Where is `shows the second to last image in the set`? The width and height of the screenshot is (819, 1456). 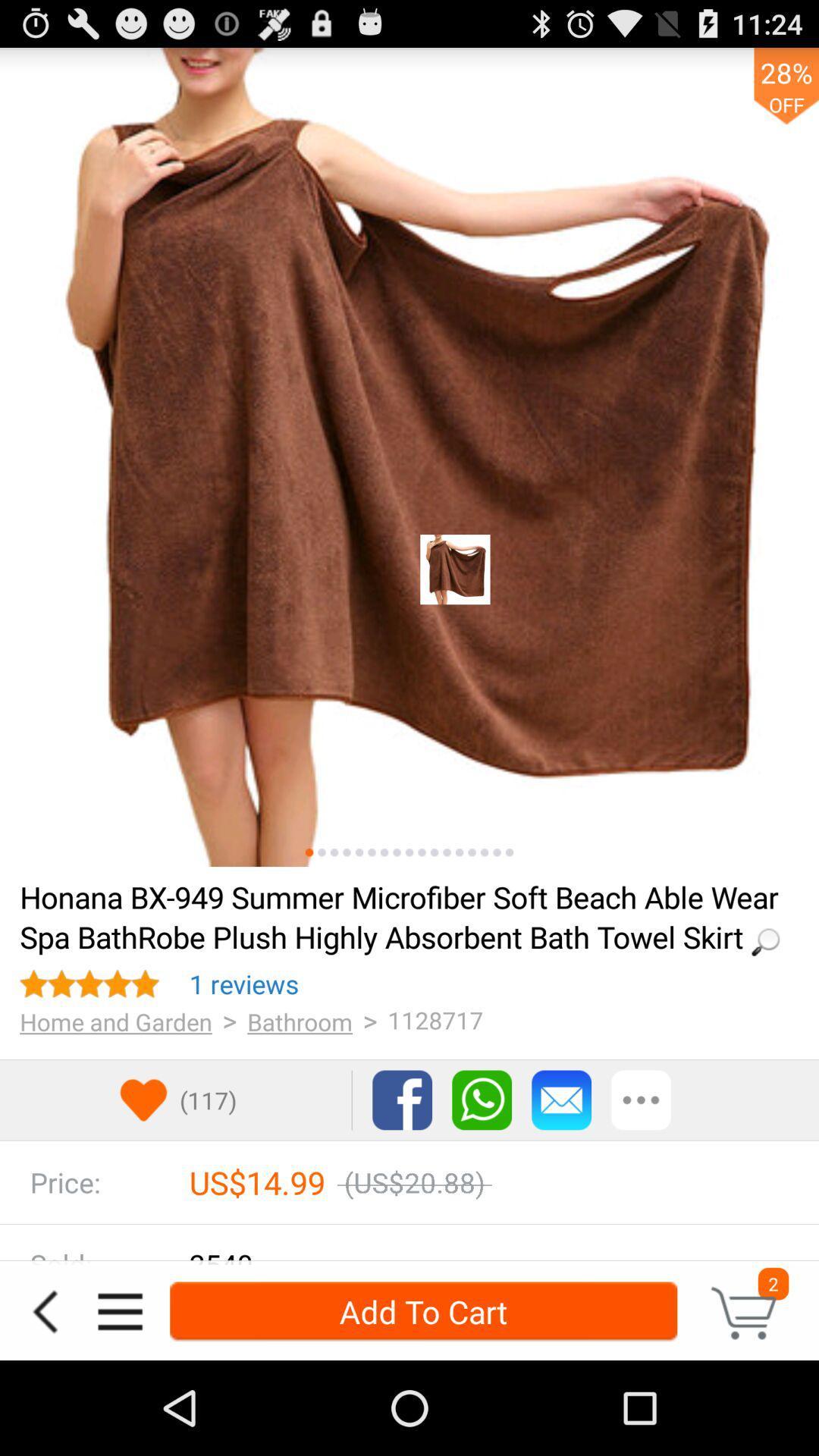 shows the second to last image in the set is located at coordinates (497, 852).